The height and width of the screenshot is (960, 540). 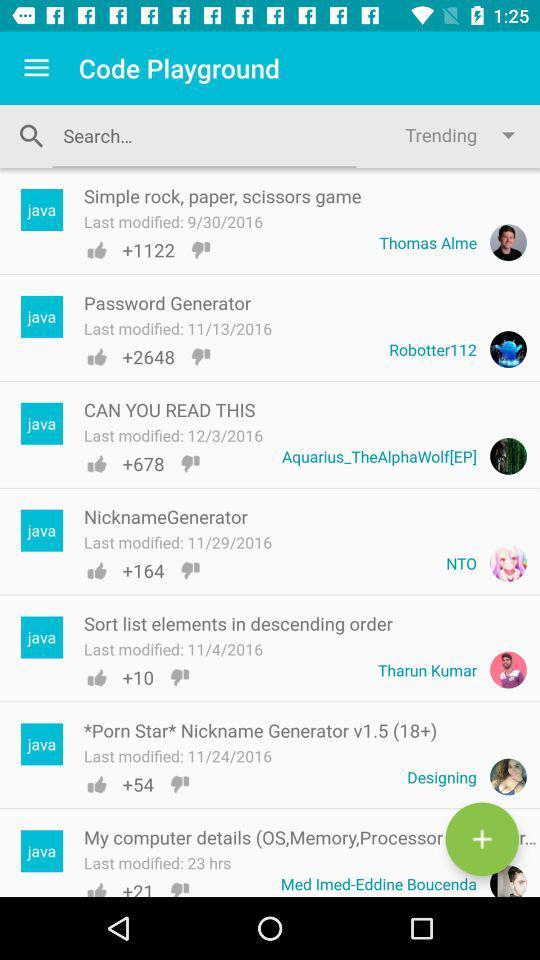 What do you see at coordinates (481, 839) in the screenshot?
I see `another entry` at bounding box center [481, 839].